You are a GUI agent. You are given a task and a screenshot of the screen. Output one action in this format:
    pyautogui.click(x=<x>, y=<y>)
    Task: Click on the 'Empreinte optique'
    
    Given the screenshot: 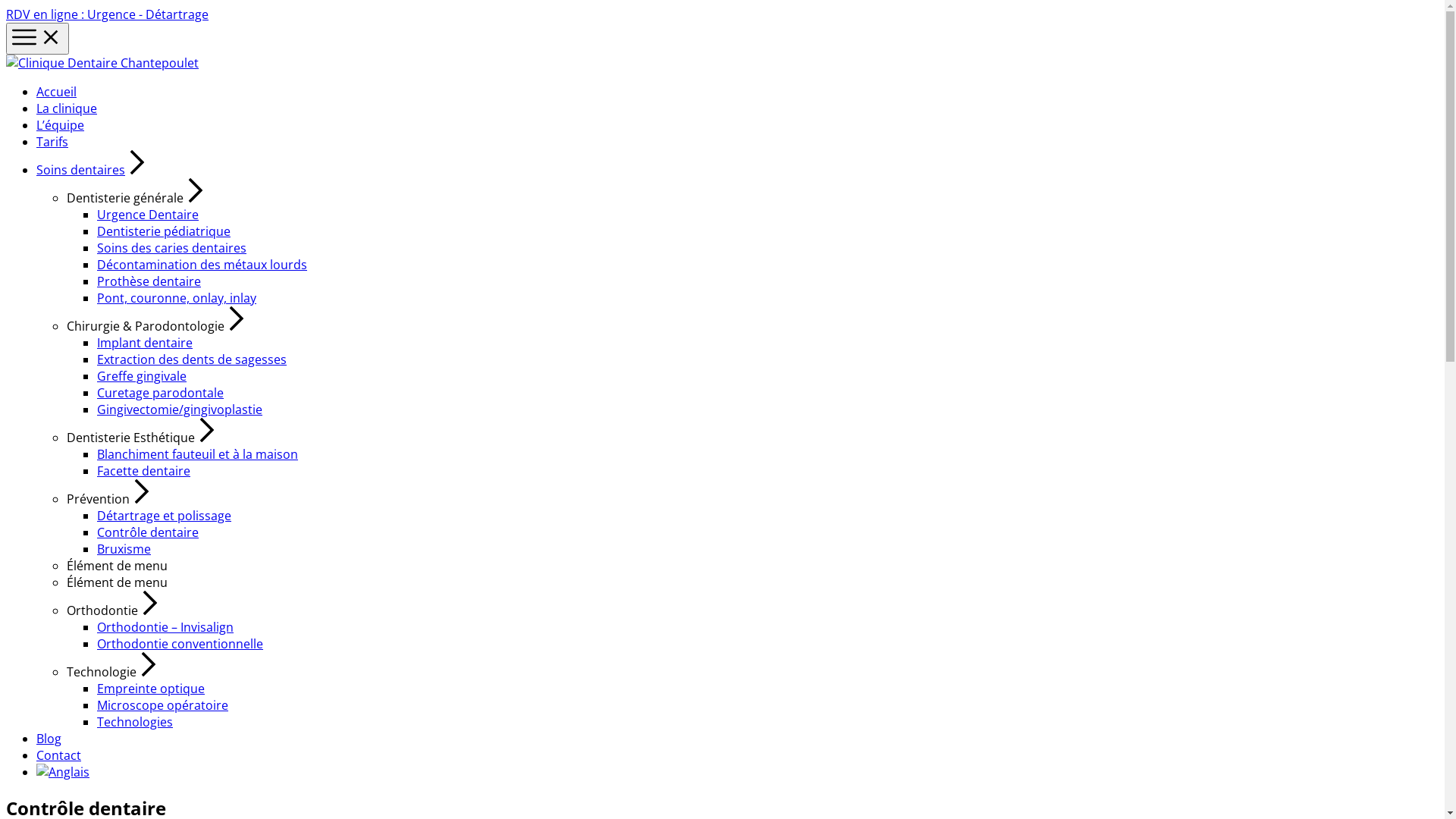 What is the action you would take?
    pyautogui.click(x=150, y=688)
    